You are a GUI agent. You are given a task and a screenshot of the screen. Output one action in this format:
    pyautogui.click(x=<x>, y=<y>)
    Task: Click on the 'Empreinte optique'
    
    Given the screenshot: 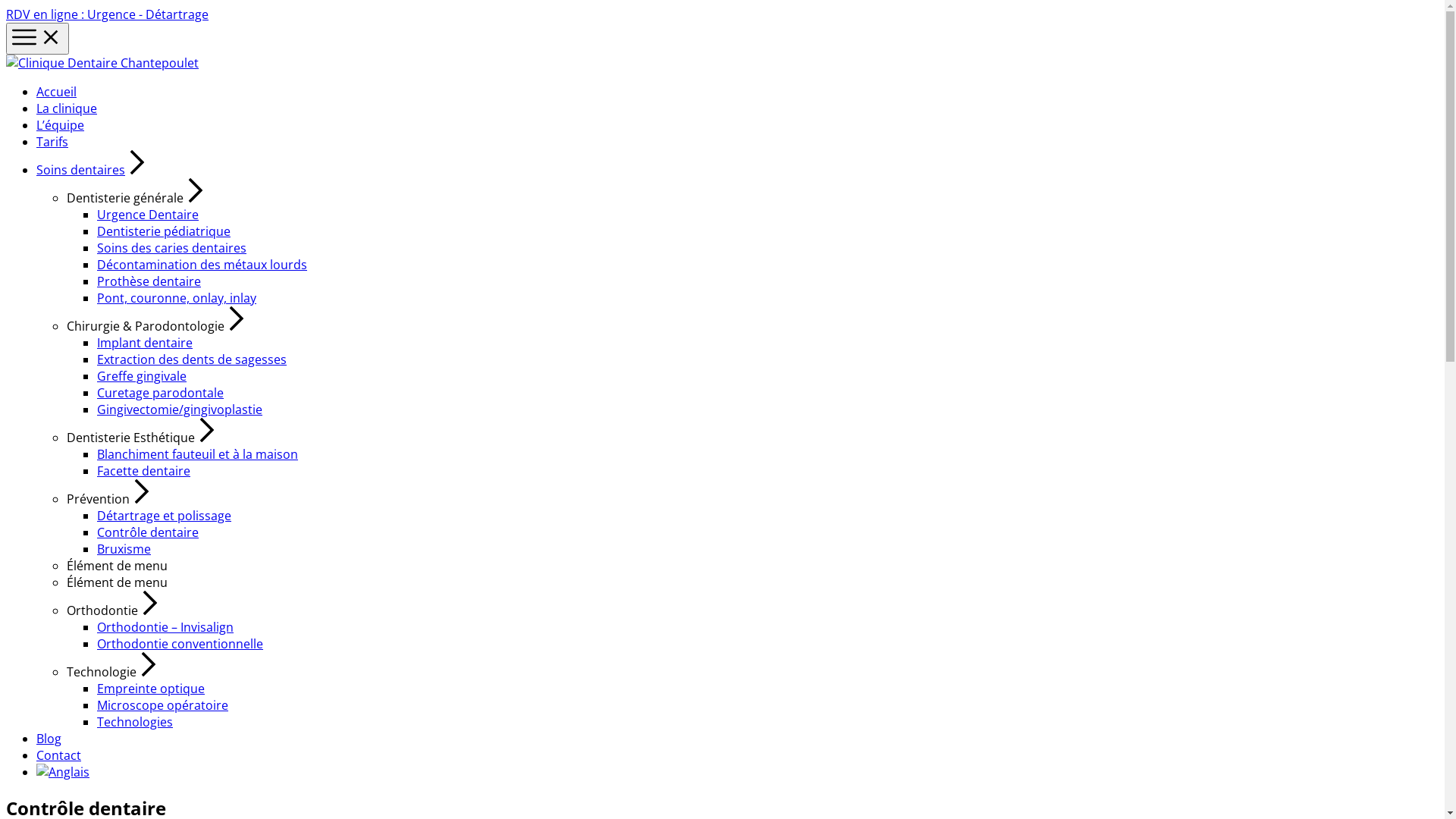 What is the action you would take?
    pyautogui.click(x=150, y=688)
    